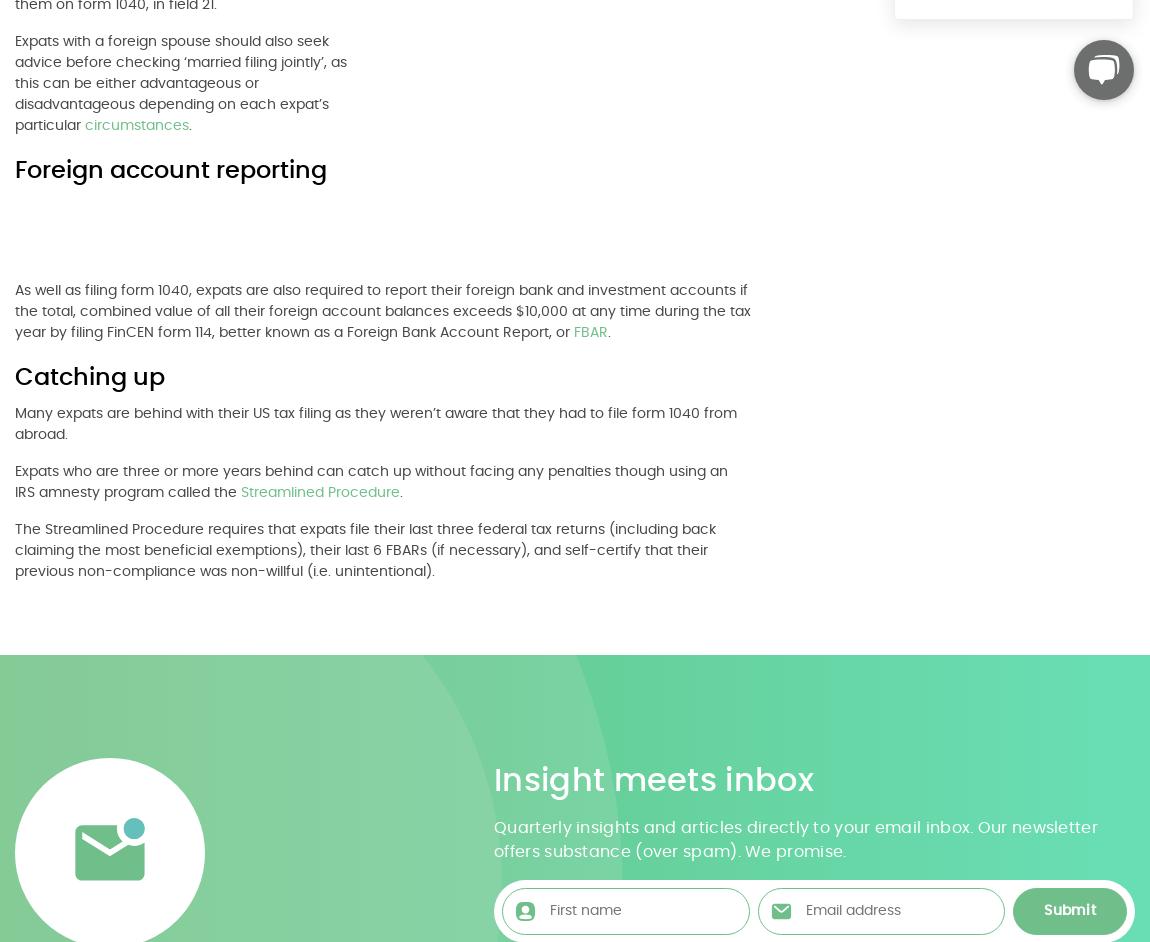  I want to click on 'Insight meets inbox', so click(652, 779).